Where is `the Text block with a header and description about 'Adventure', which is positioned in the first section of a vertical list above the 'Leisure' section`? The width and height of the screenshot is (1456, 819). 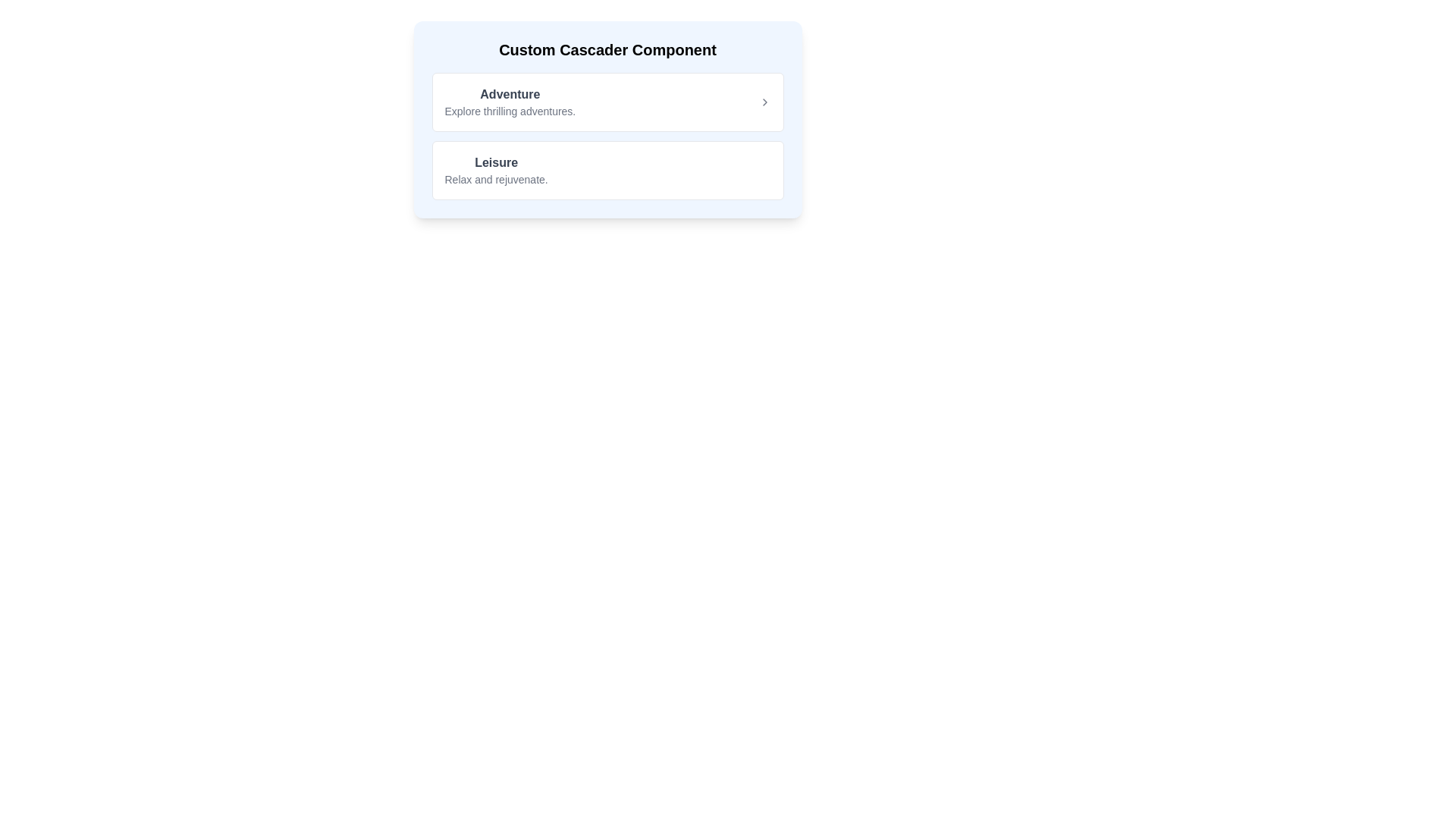 the Text block with a header and description about 'Adventure', which is positioned in the first section of a vertical list above the 'Leisure' section is located at coordinates (510, 102).